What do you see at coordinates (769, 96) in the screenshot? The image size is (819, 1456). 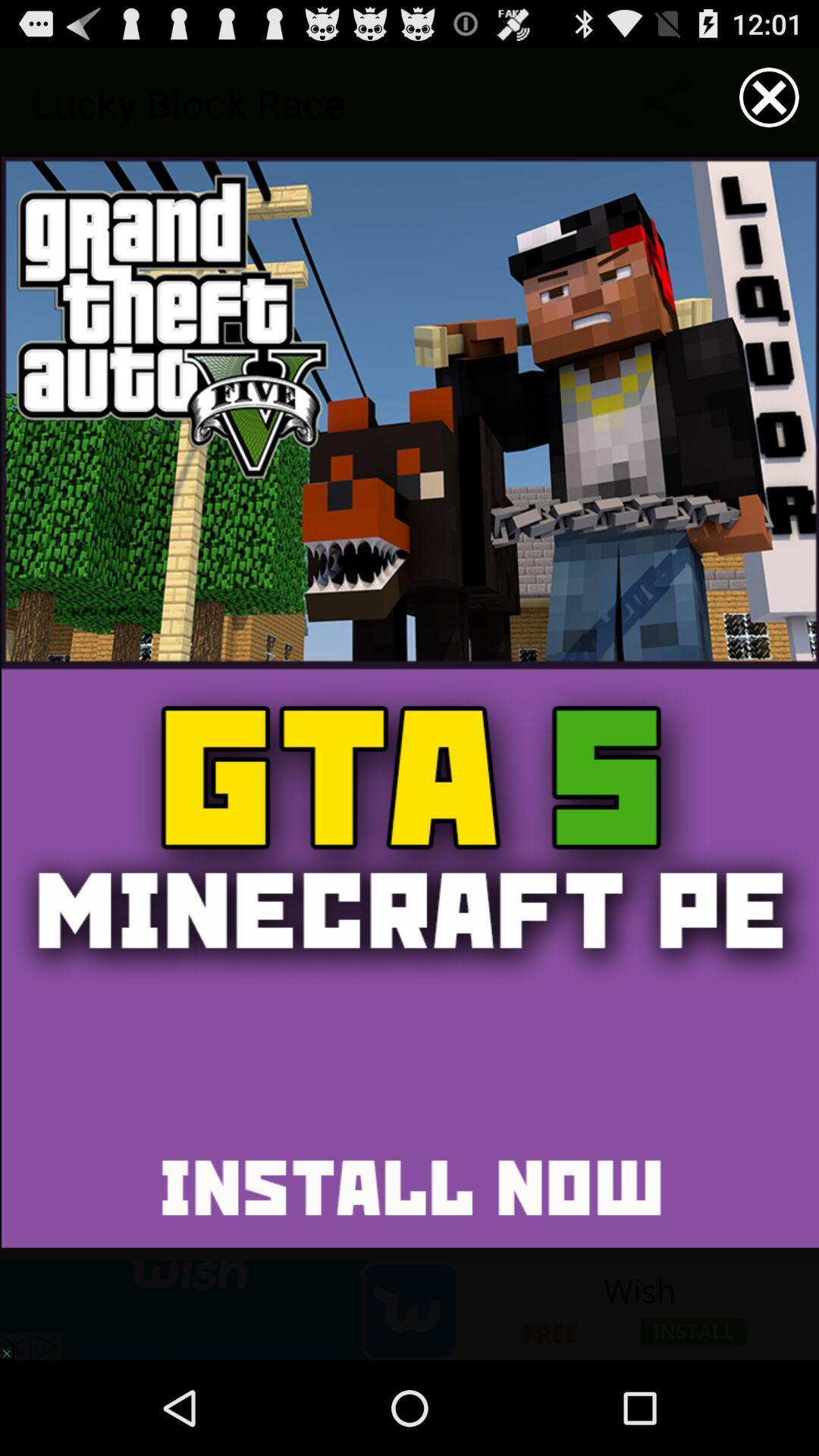 I see `window` at bounding box center [769, 96].